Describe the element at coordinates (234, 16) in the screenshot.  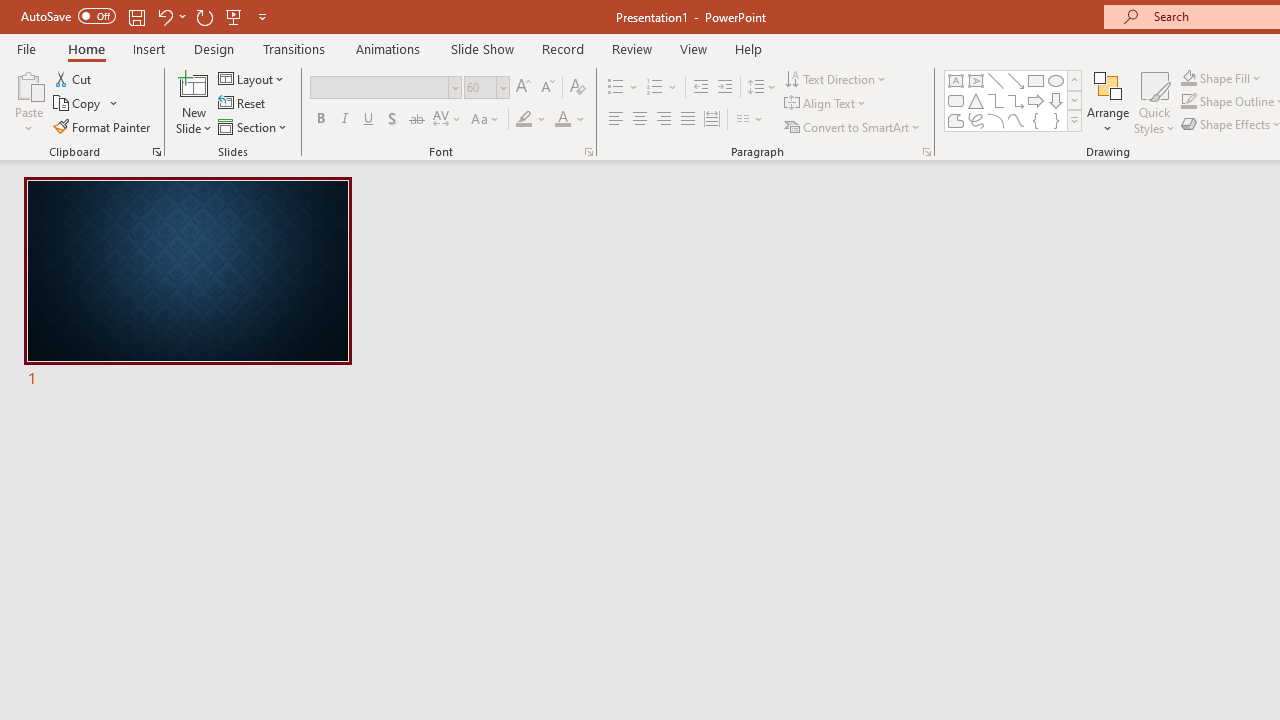
I see `'From Beginning'` at that location.